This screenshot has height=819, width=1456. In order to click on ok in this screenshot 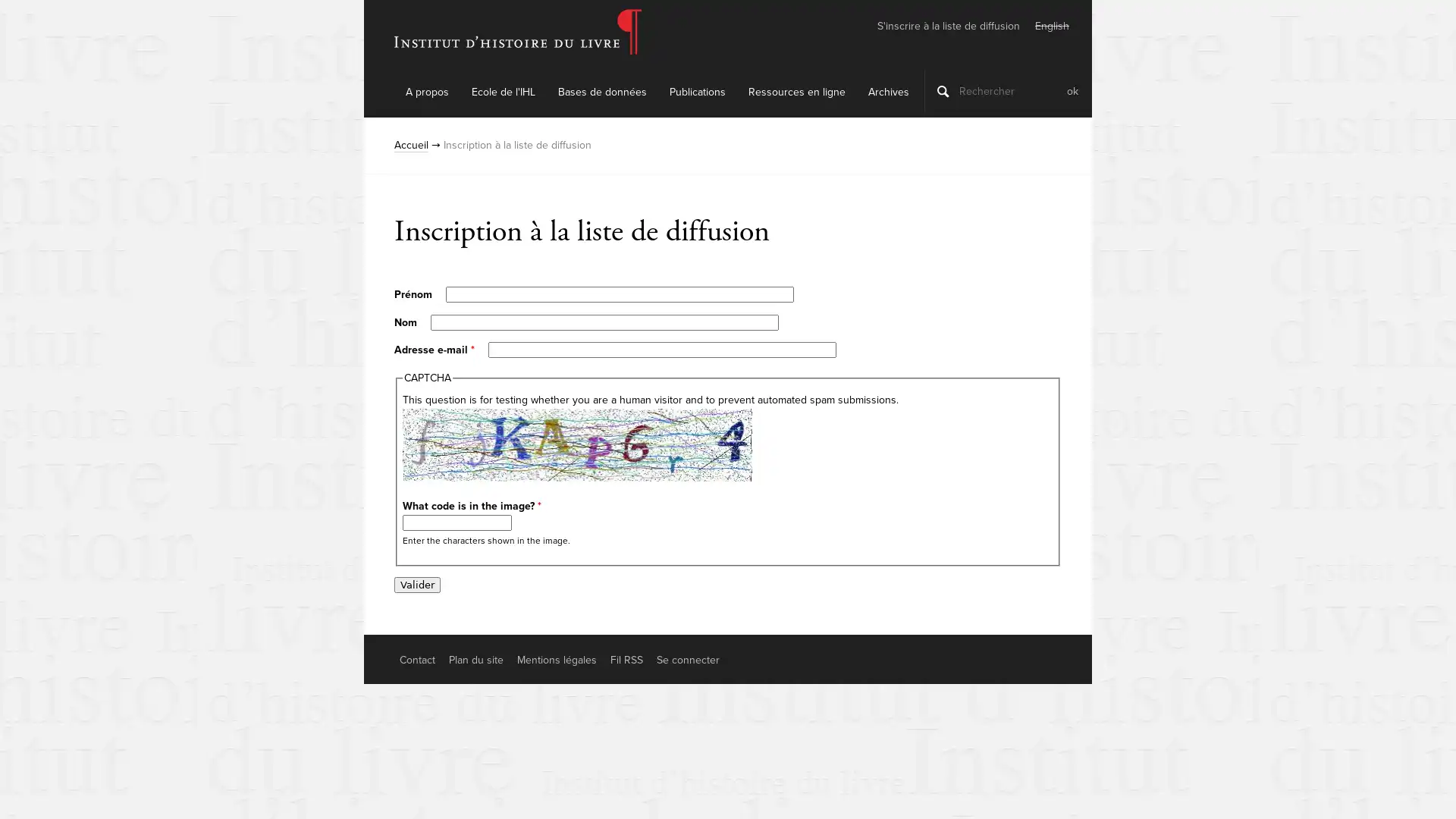, I will do `click(1072, 90)`.